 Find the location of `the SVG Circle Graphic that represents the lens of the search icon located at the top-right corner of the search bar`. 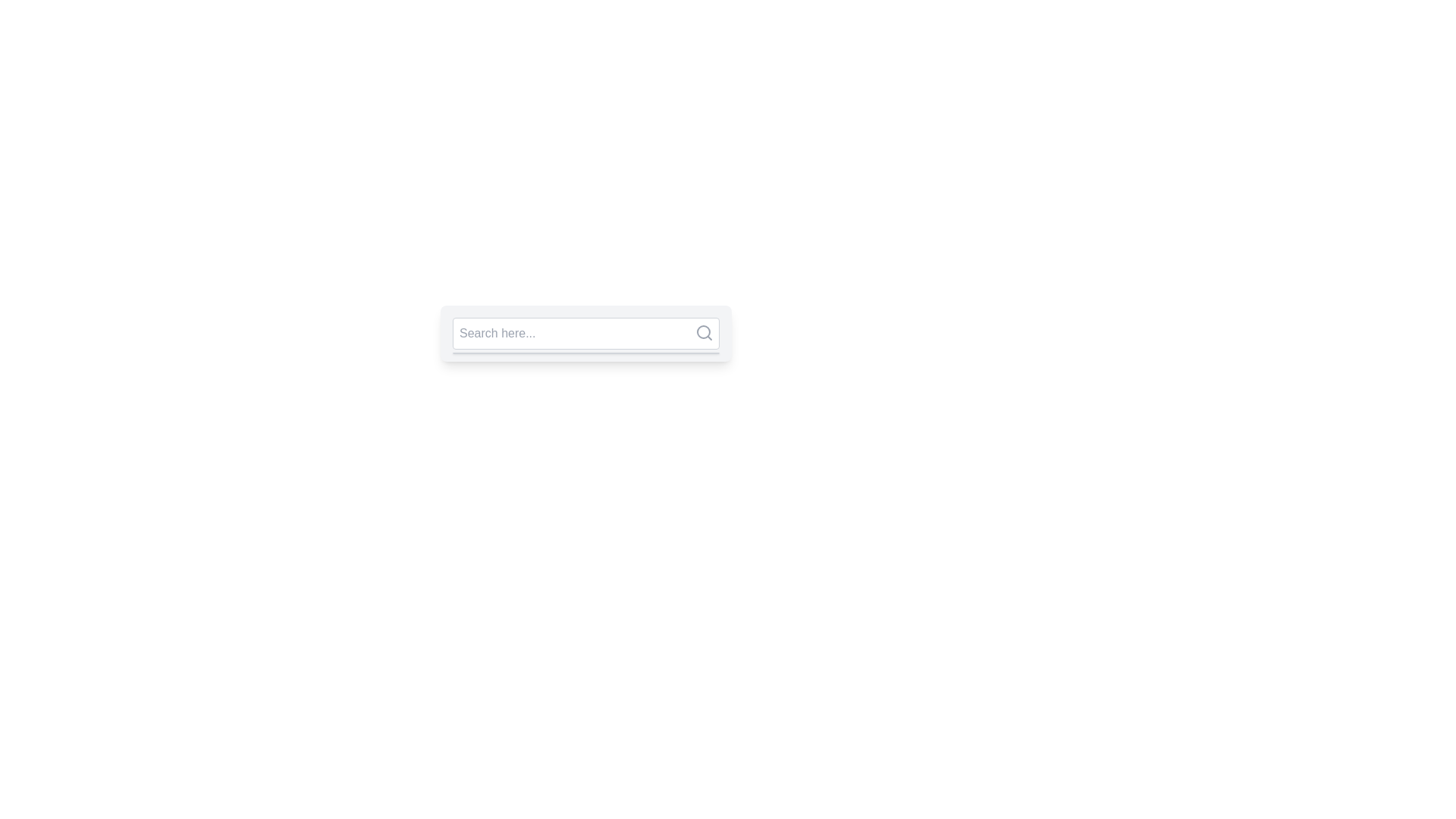

the SVG Circle Graphic that represents the lens of the search icon located at the top-right corner of the search bar is located at coordinates (702, 331).